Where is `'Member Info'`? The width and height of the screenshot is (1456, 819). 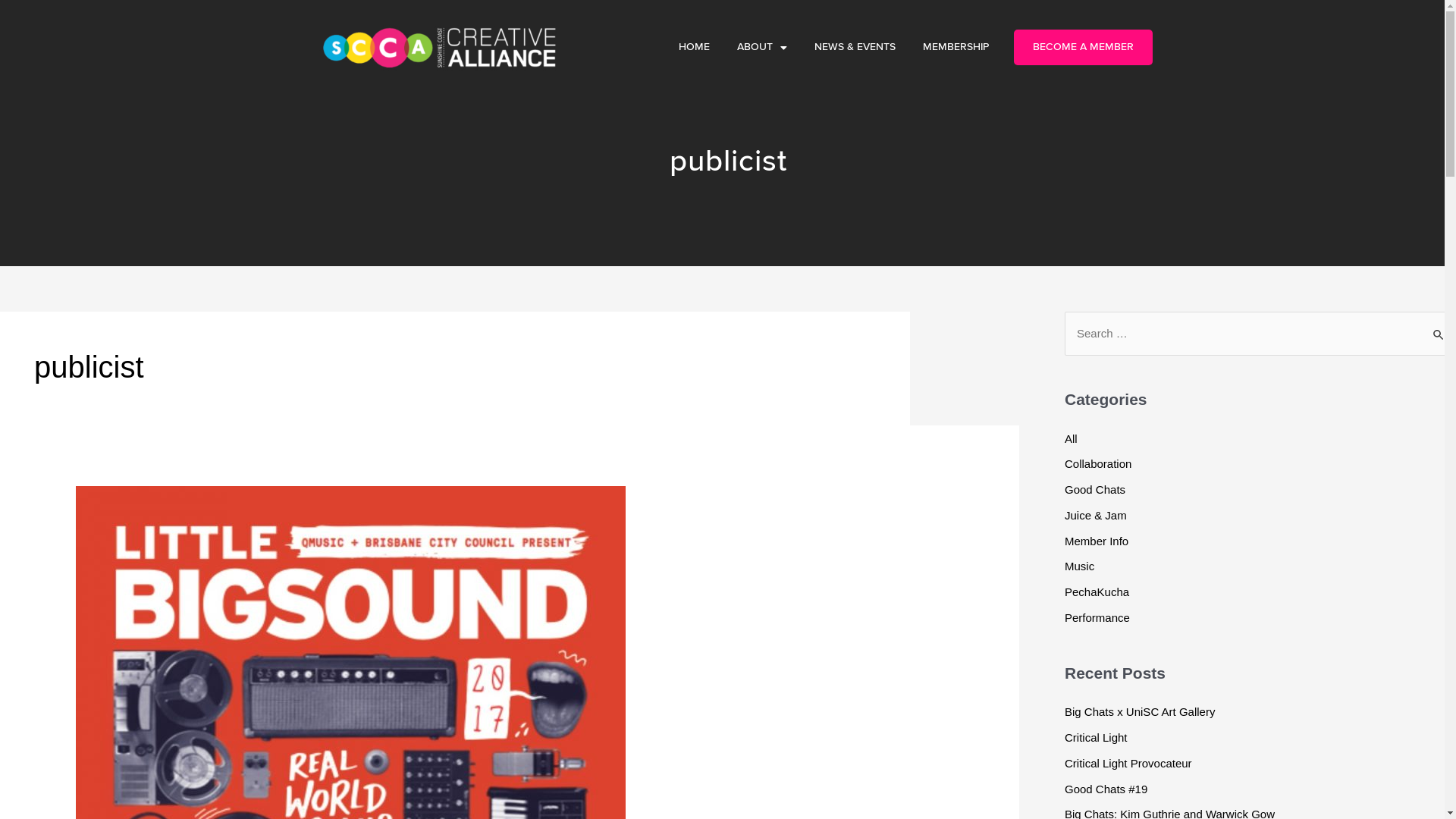 'Member Info' is located at coordinates (1096, 539).